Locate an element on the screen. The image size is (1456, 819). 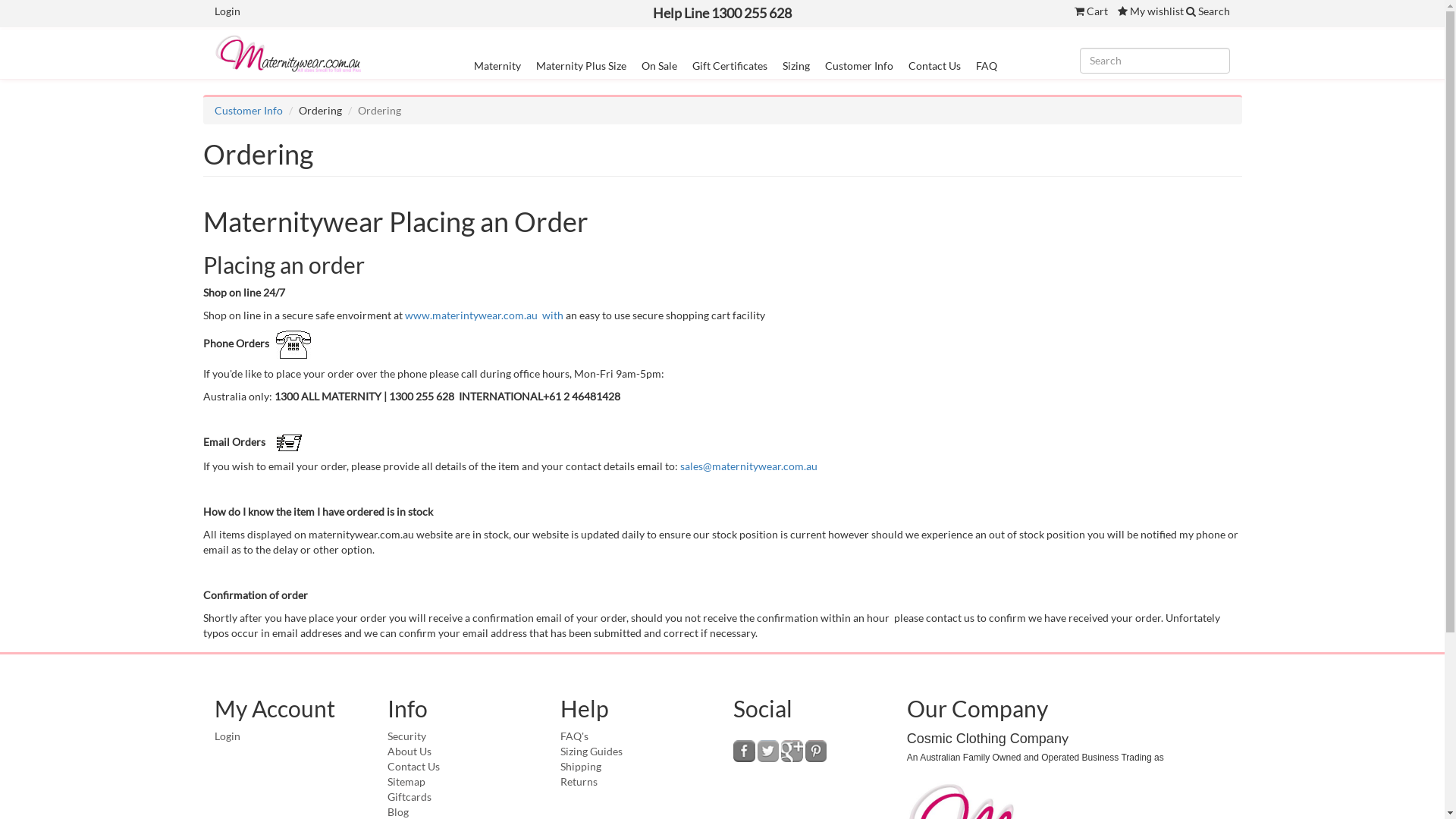
'My wishlist' is located at coordinates (1150, 11).